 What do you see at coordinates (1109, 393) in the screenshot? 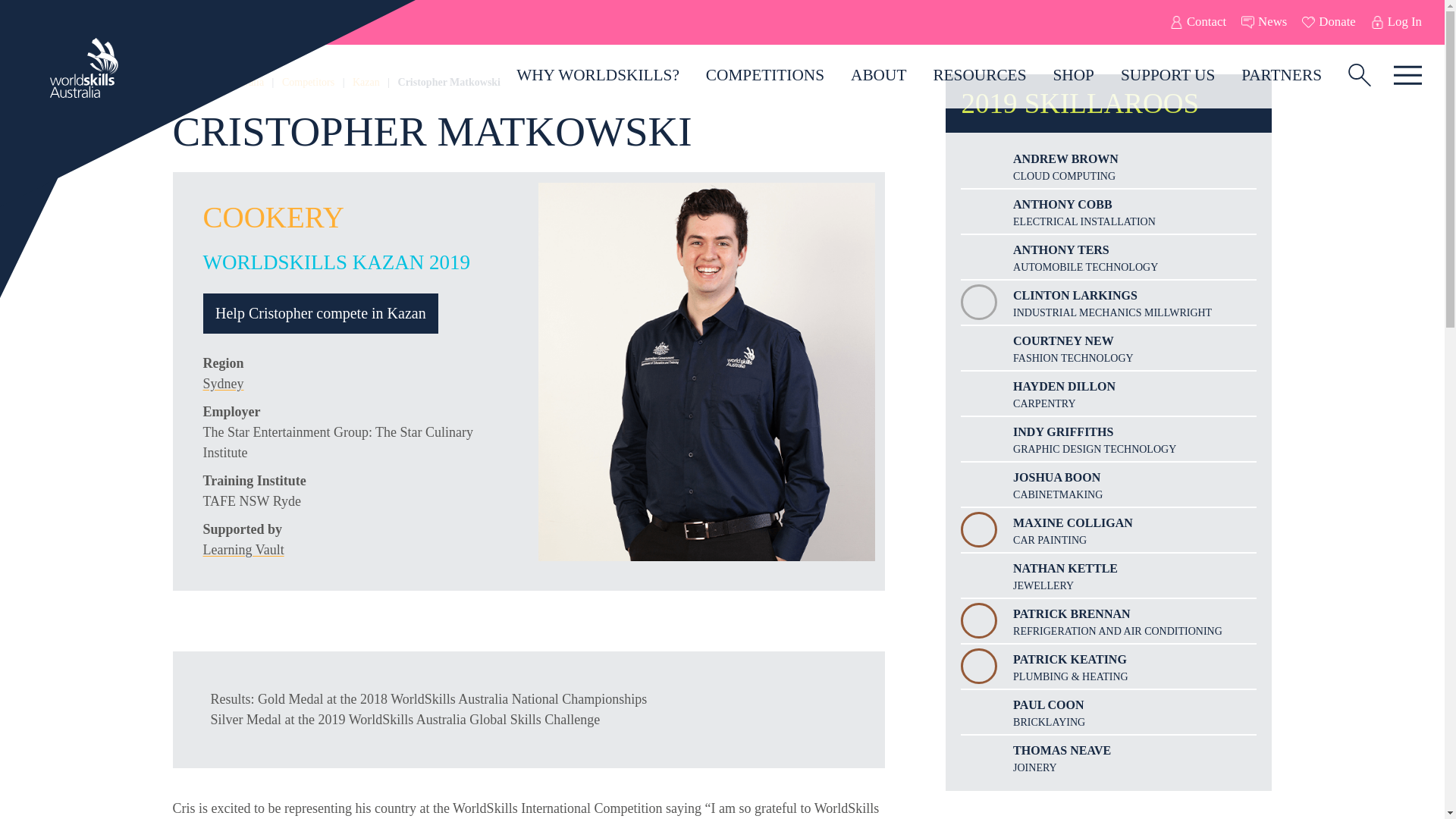
I see `'HAYDEN DILLON` at bounding box center [1109, 393].